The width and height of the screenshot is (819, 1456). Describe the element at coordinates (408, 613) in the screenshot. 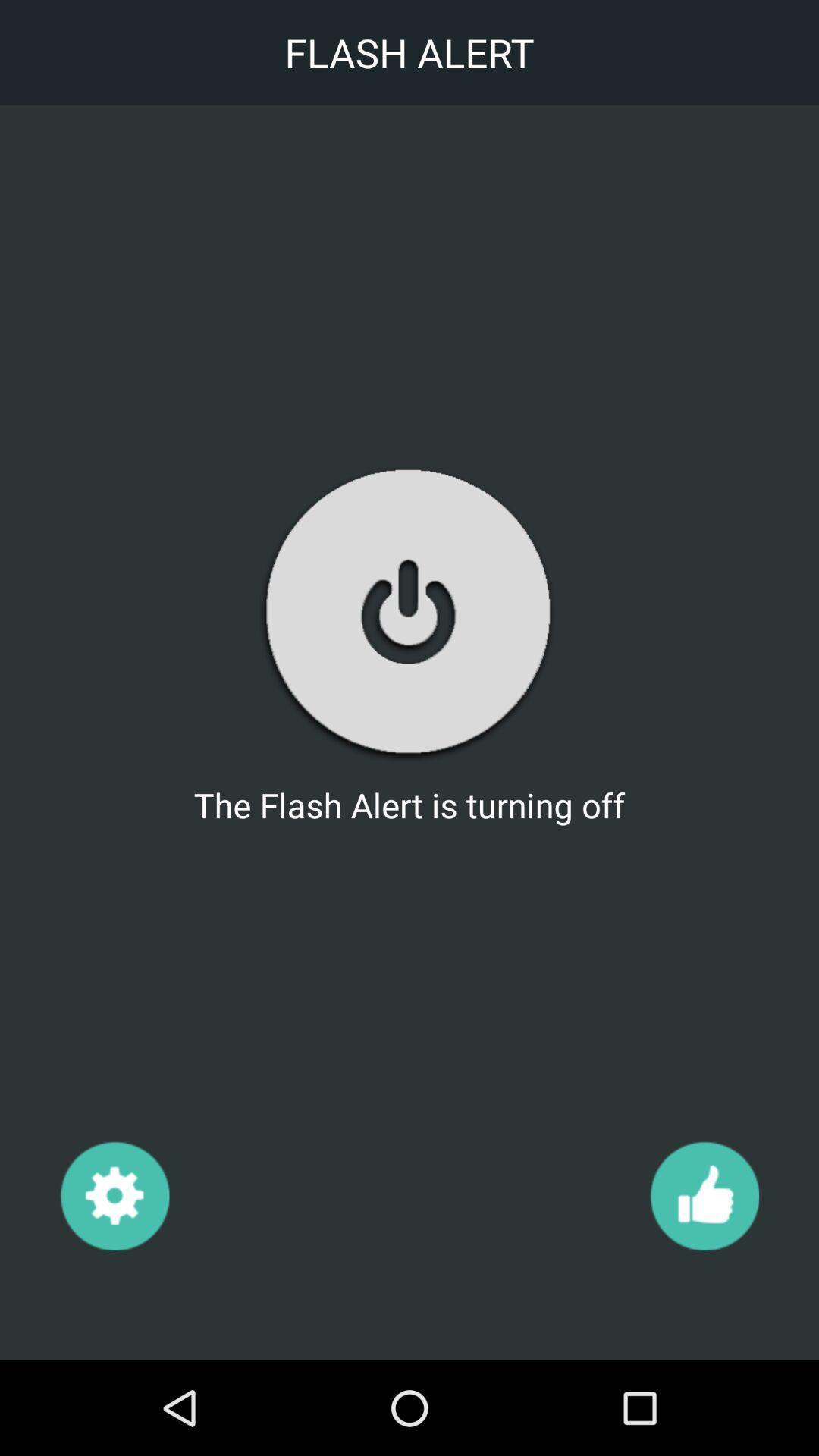

I see `turn it off` at that location.